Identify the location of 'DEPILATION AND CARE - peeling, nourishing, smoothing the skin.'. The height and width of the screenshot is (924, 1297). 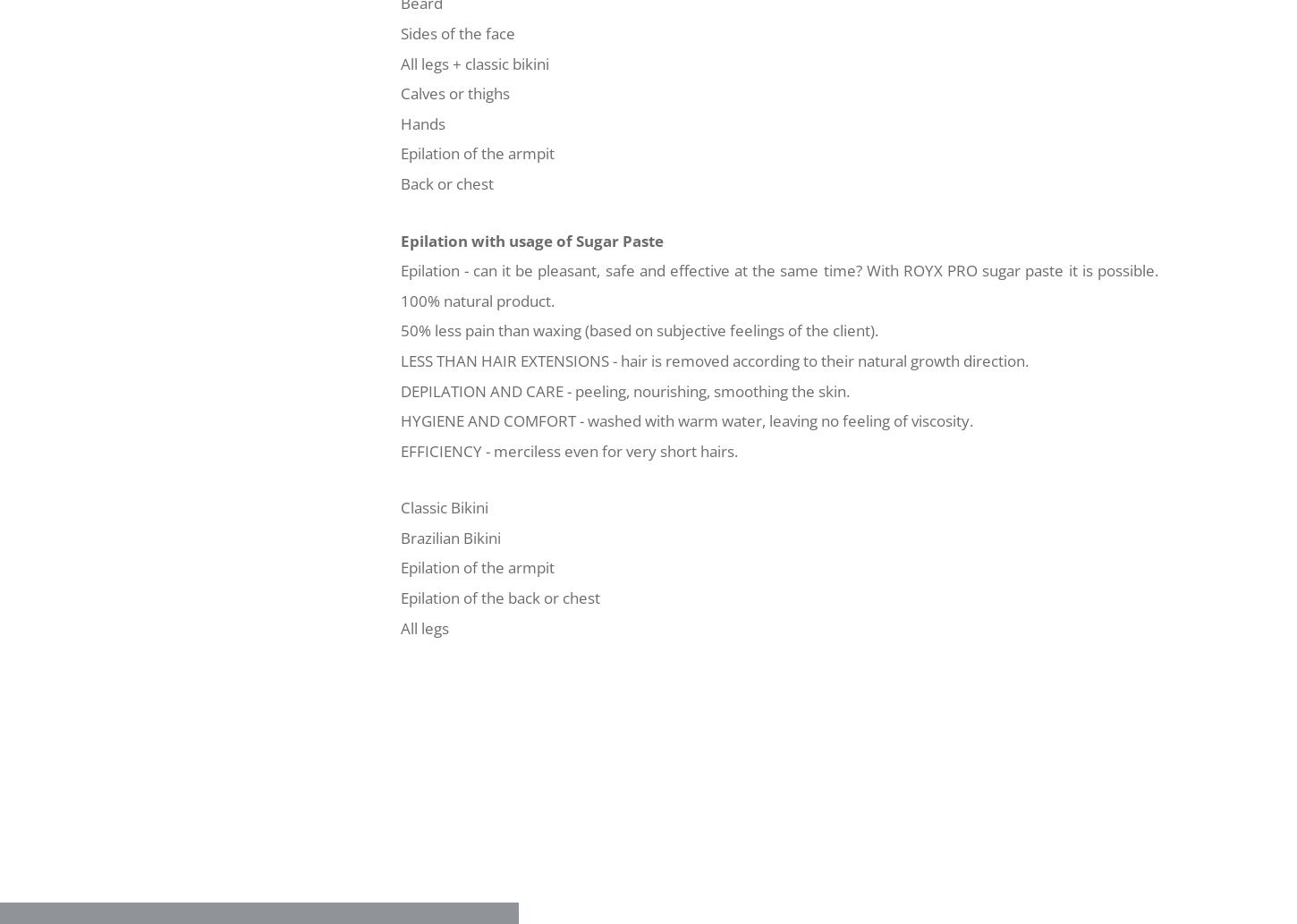
(623, 390).